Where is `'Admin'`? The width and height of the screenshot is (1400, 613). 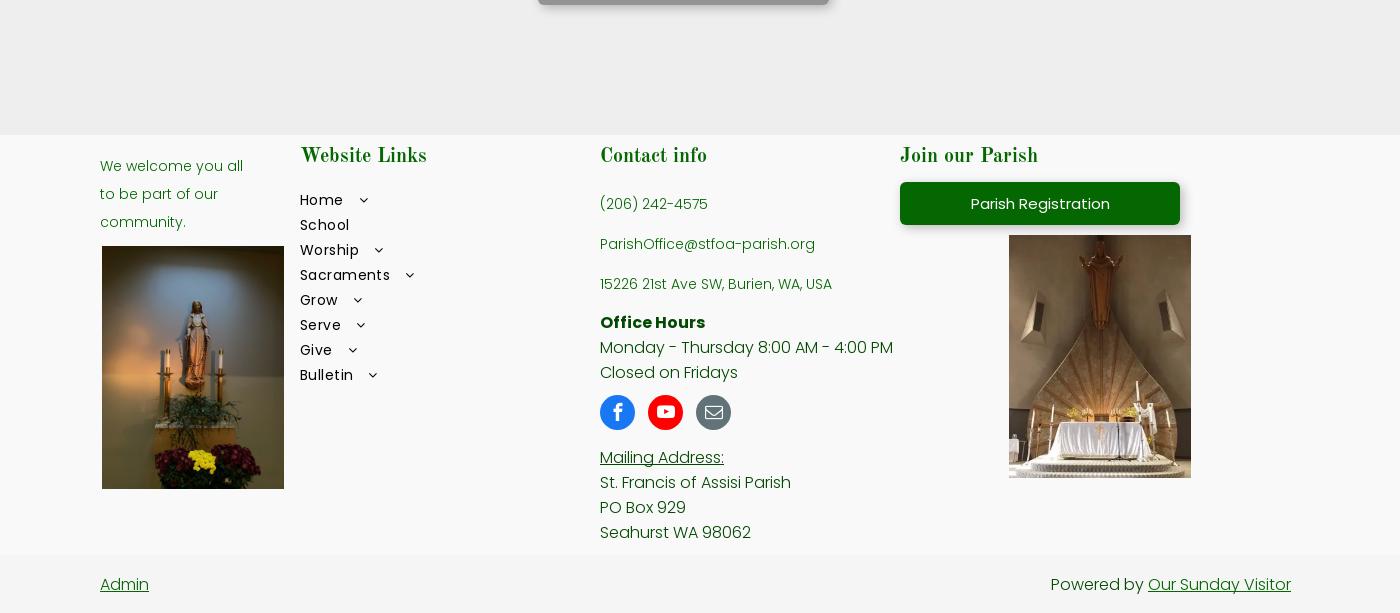
'Admin' is located at coordinates (123, 582).